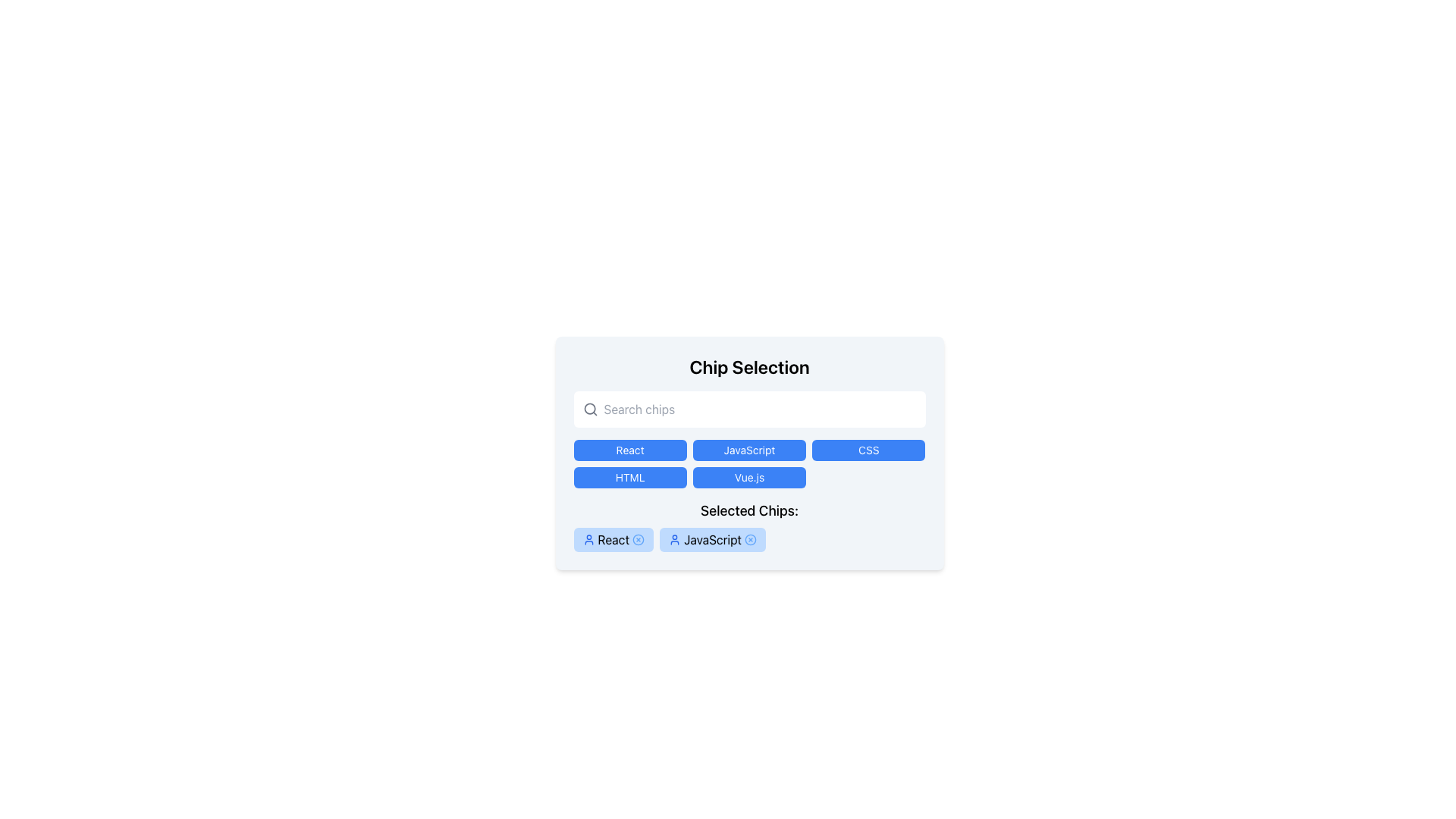  I want to click on the button in the first column of the second row of the grid layout, so click(630, 476).